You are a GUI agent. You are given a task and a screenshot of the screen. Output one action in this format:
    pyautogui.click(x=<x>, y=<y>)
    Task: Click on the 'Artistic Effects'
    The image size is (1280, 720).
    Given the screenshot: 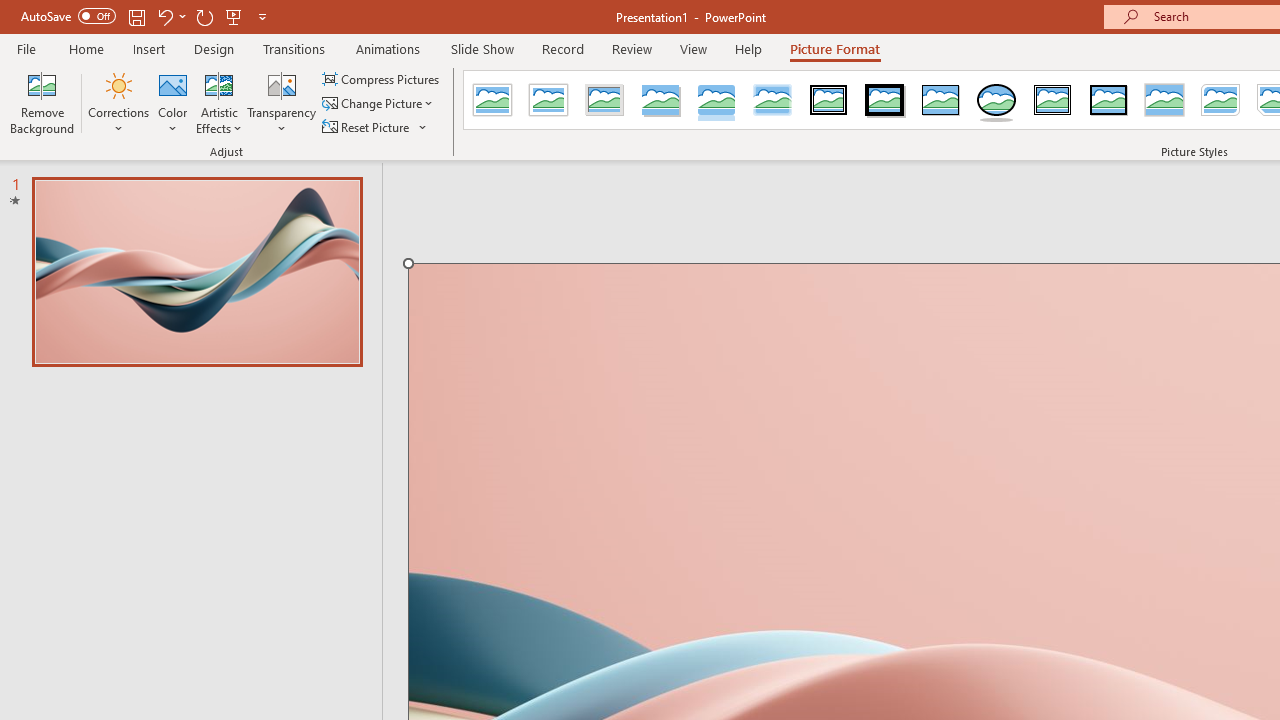 What is the action you would take?
    pyautogui.click(x=219, y=103)
    